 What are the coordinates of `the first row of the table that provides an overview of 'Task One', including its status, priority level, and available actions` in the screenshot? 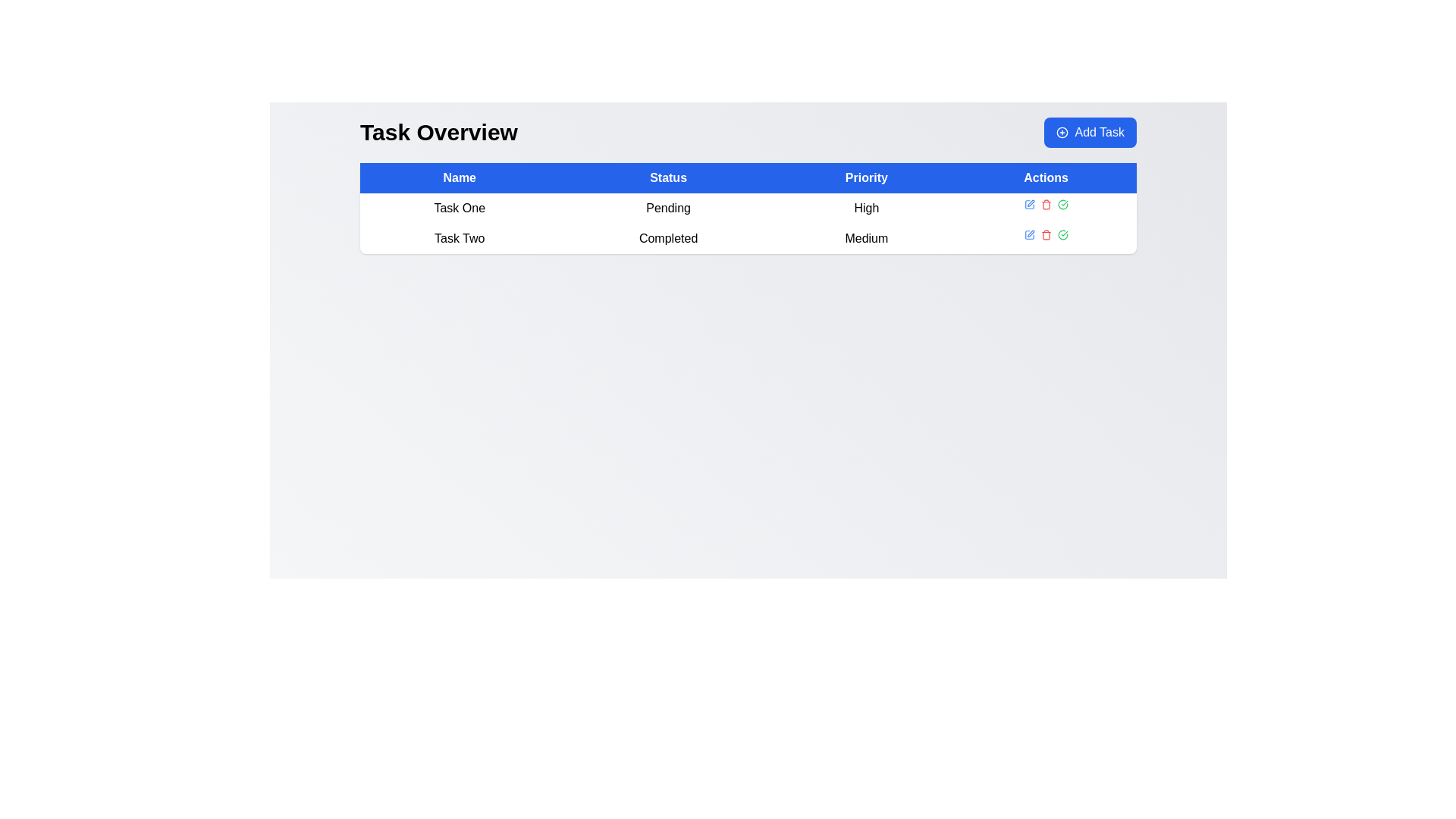 It's located at (748, 208).